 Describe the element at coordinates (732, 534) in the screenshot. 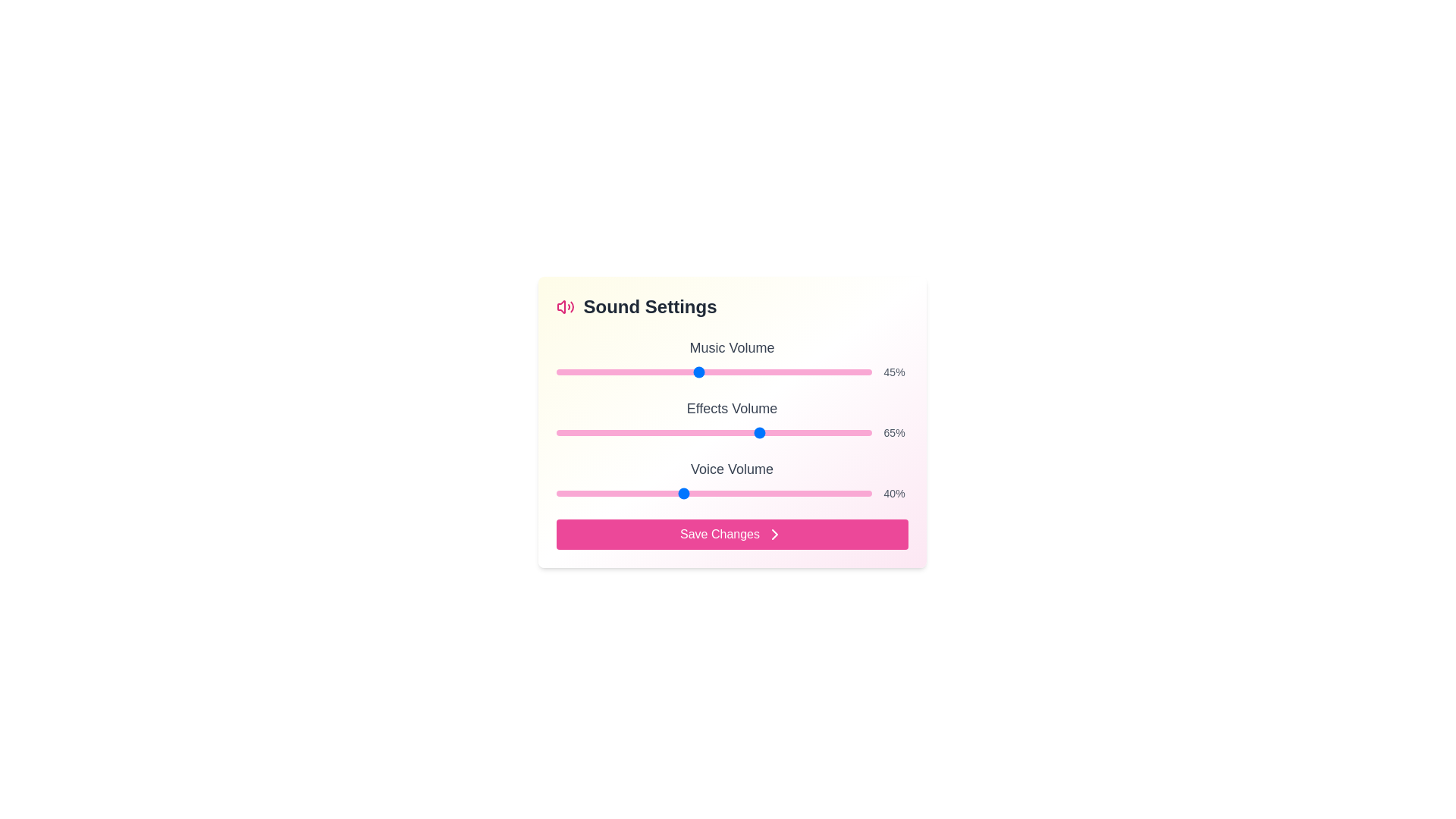

I see `'Save Changes' button` at that location.